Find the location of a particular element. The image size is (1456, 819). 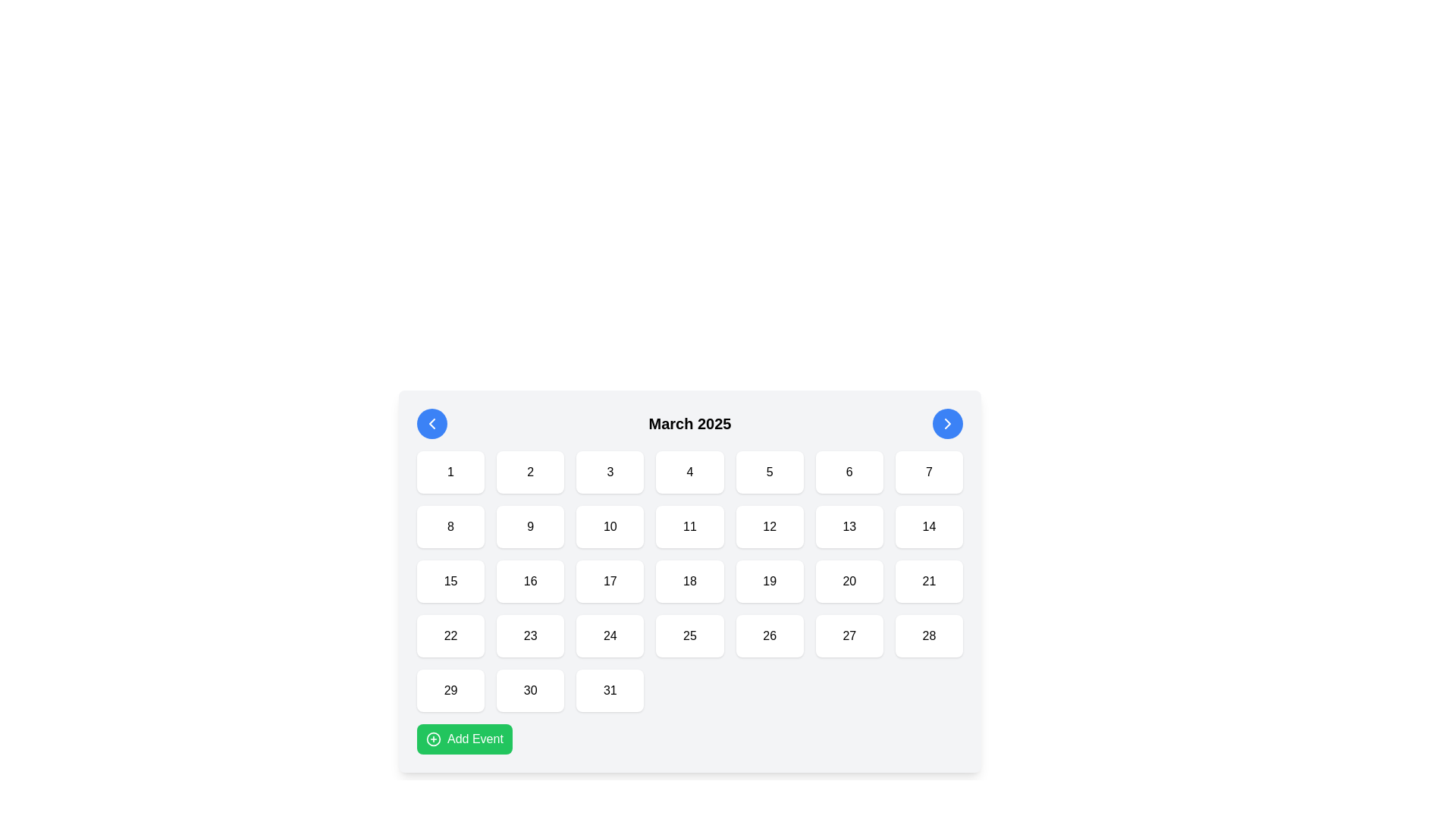

the grid cell representing the 22nd day of the month, located in the fourth row and first column of the calendar grid is located at coordinates (450, 636).